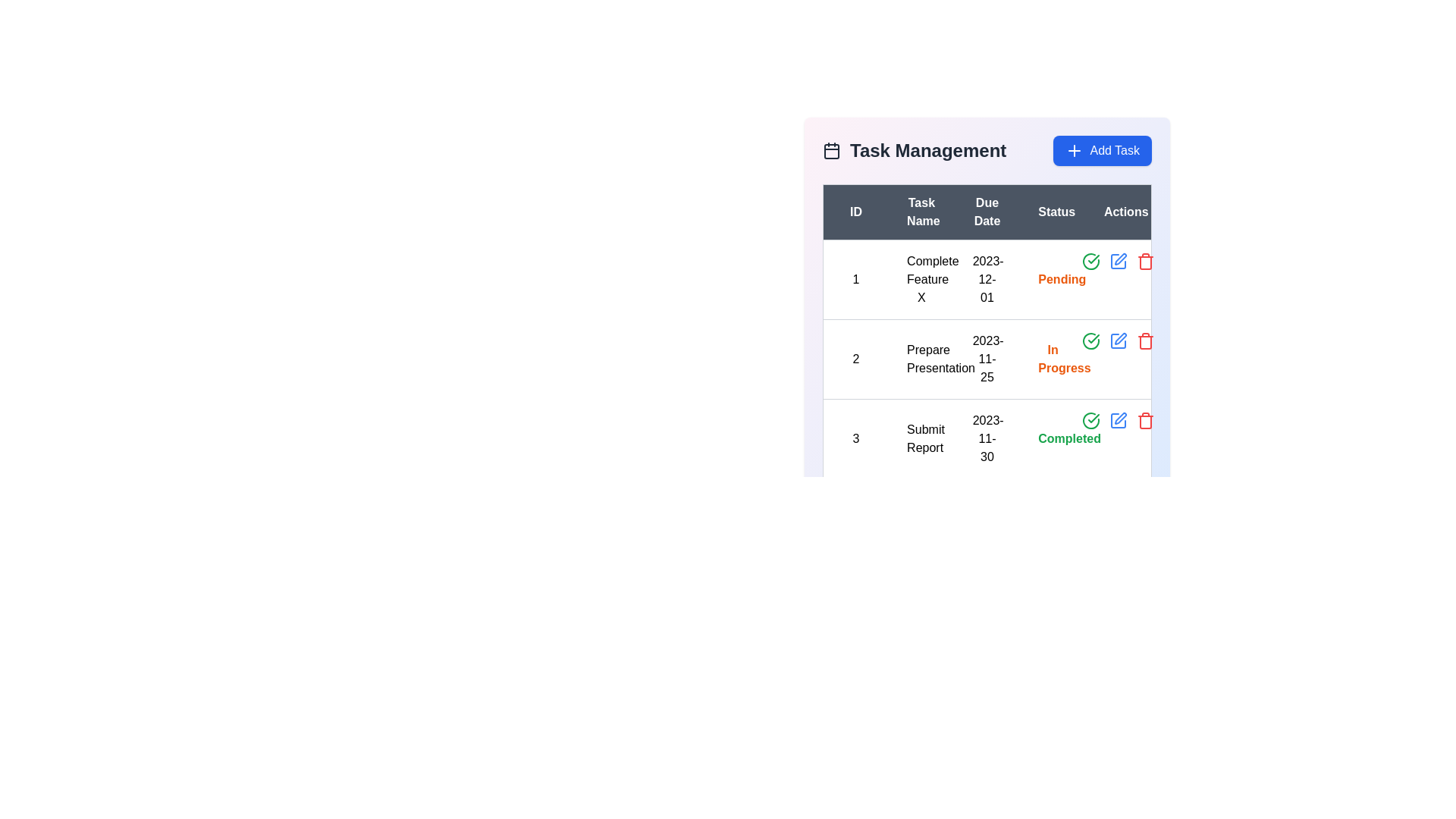 The height and width of the screenshot is (819, 1456). What do you see at coordinates (1052, 212) in the screenshot?
I see `the fourth column header labeled 'Status' in the table, which is positioned between 'Due Date' and 'Actions'` at bounding box center [1052, 212].